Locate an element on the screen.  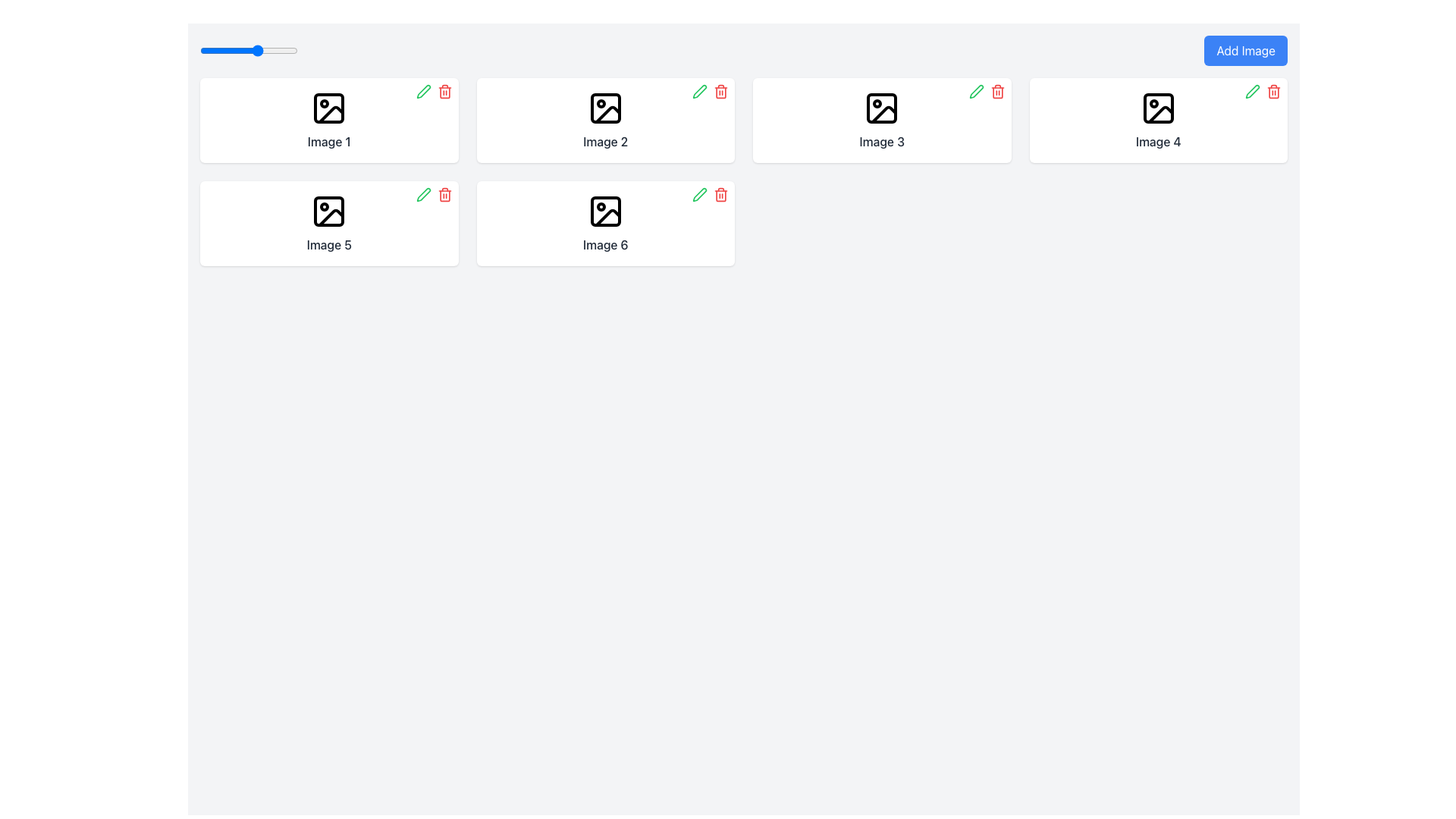
the icon representing an image placeholder in the first cell labeled 'Image 1', which features a rectangle with a circular shape and a diagonal line is located at coordinates (328, 107).